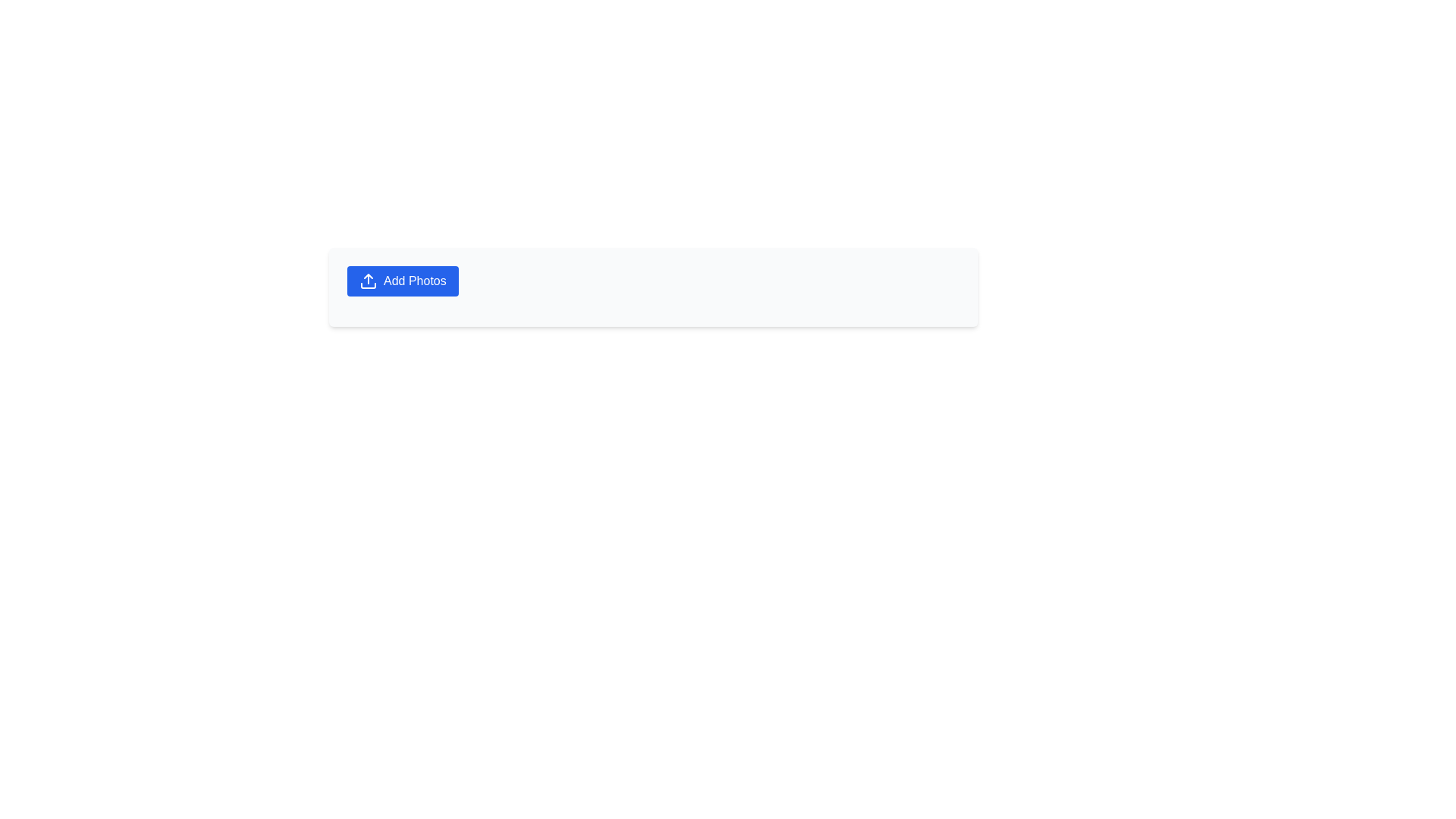 The image size is (1456, 819). Describe the element at coordinates (368, 281) in the screenshot. I see `the icon positioned on the left side of the blue button labeled 'Add Photos' to select it` at that location.